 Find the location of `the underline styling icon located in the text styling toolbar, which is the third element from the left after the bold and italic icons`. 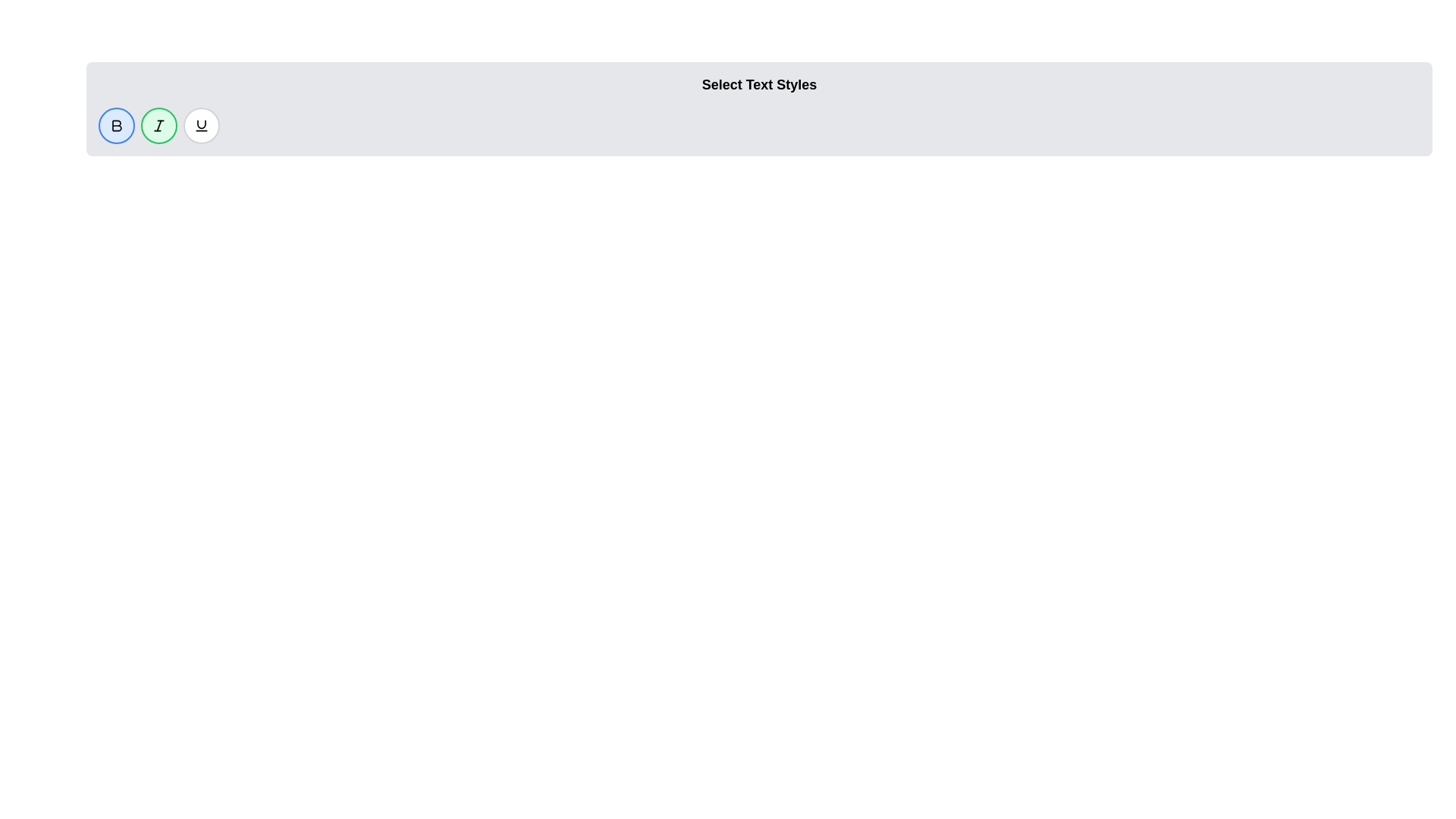

the underline styling icon located in the text styling toolbar, which is the third element from the left after the bold and italic icons is located at coordinates (200, 124).